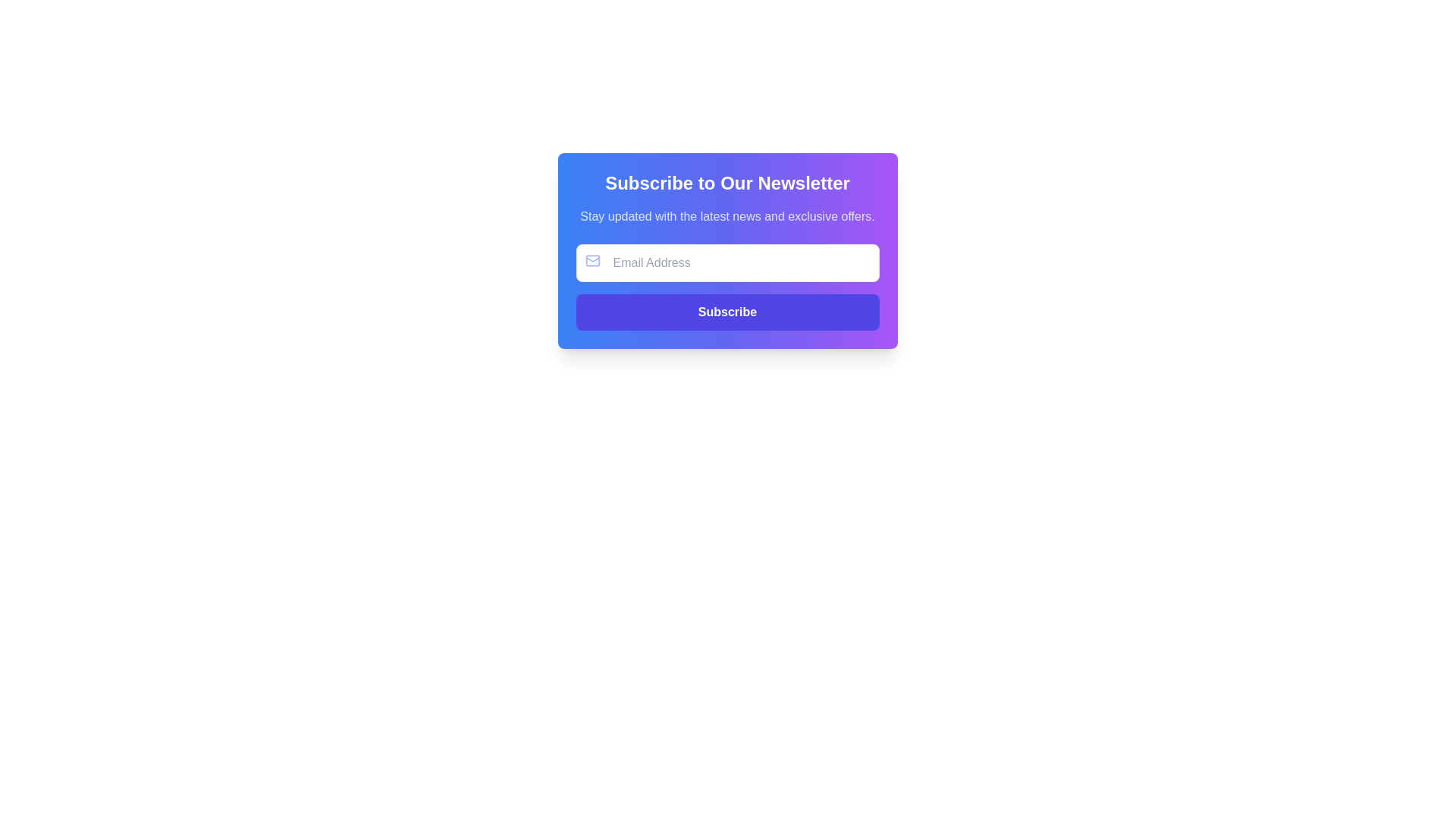 The height and width of the screenshot is (819, 1456). I want to click on the minimalist rectangular graphical representation with rounded corners inside the envelope icon located in the email input field, so click(591, 259).